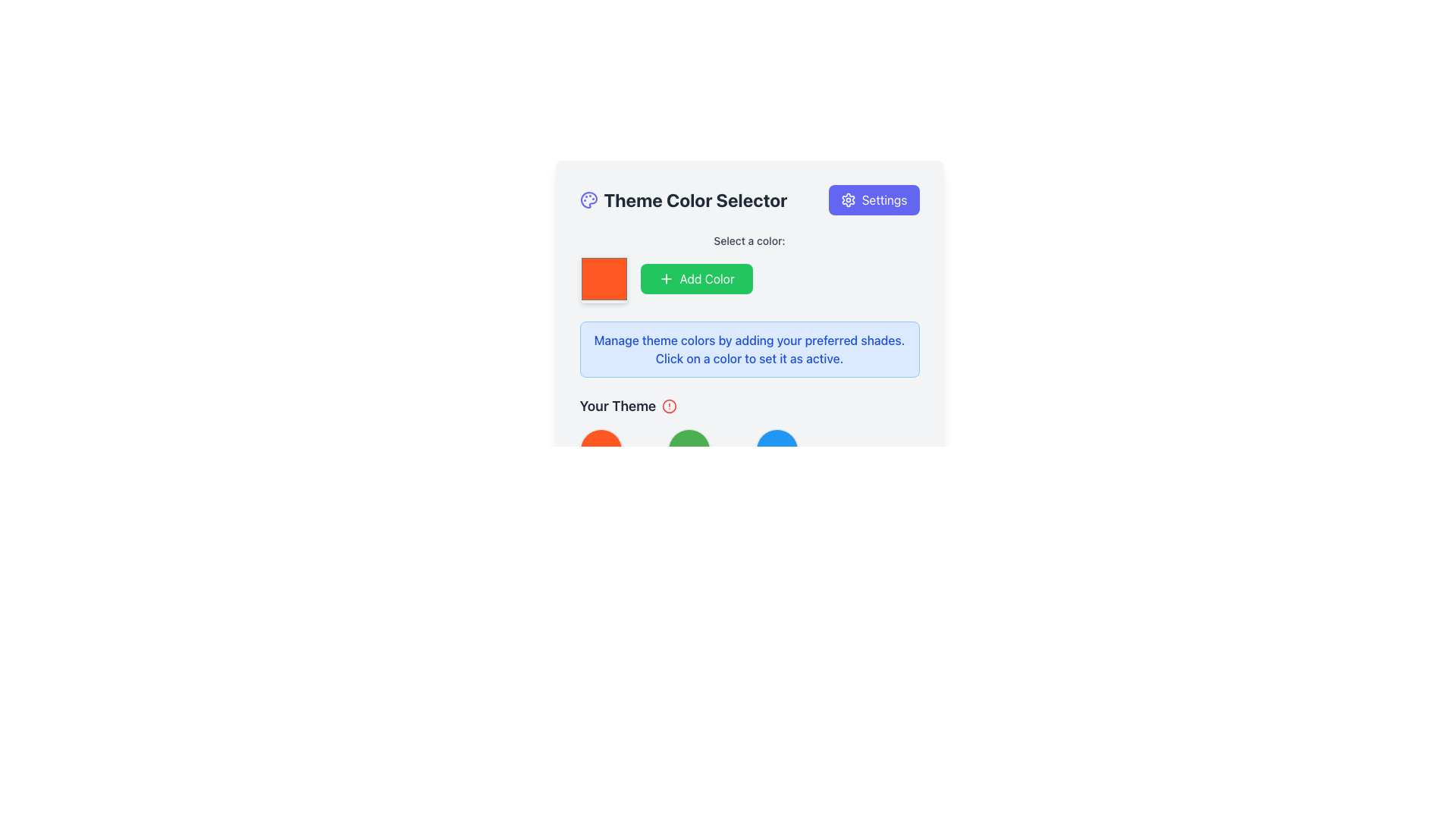 The height and width of the screenshot is (819, 1456). I want to click on the text heading labeled 'Theme Color Selector' which is styled with a bold, large black font and includes a palette icon to its left, located prominently at the top of the settings section, so click(682, 199).